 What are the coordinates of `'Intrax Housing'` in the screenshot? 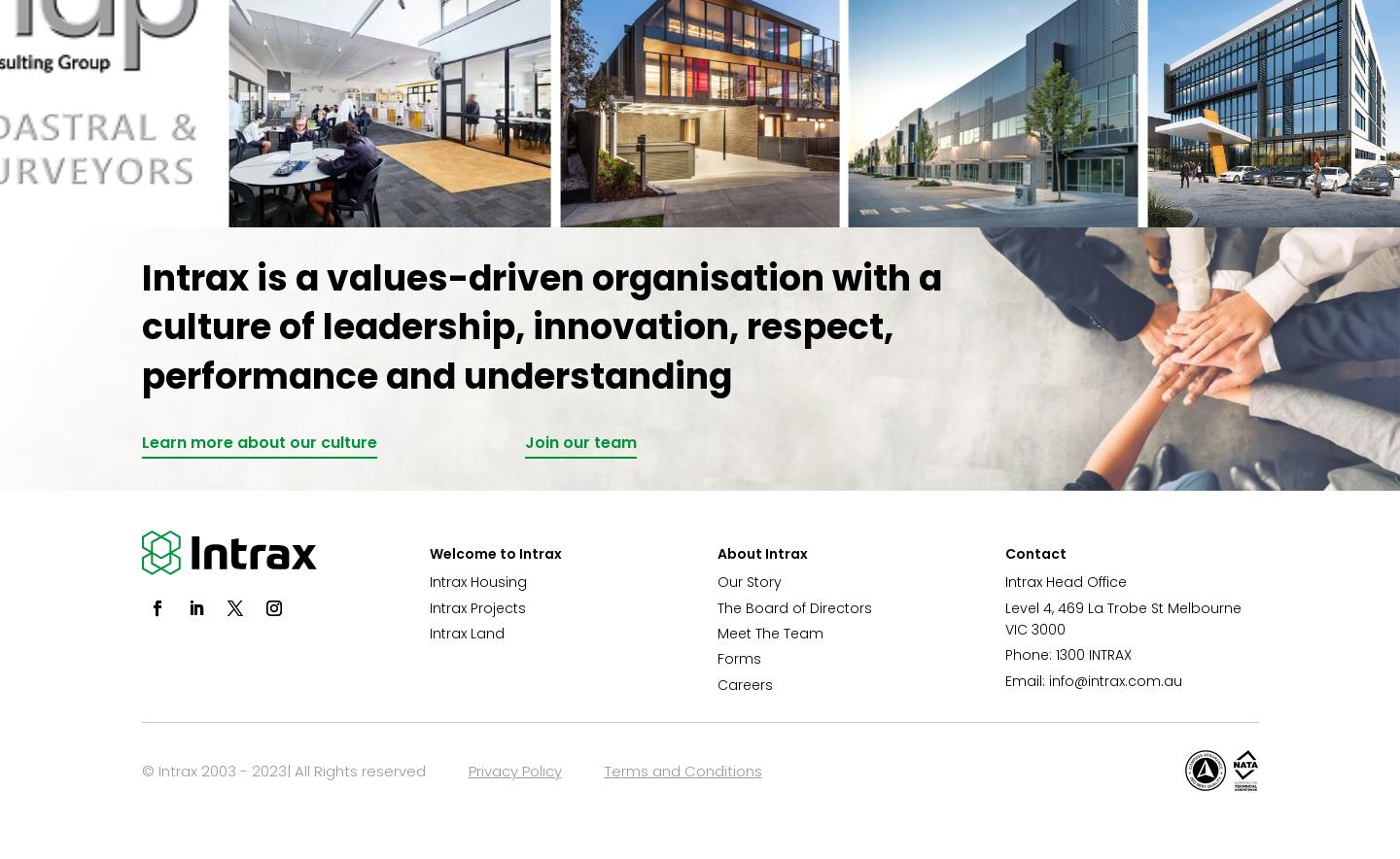 It's located at (477, 581).